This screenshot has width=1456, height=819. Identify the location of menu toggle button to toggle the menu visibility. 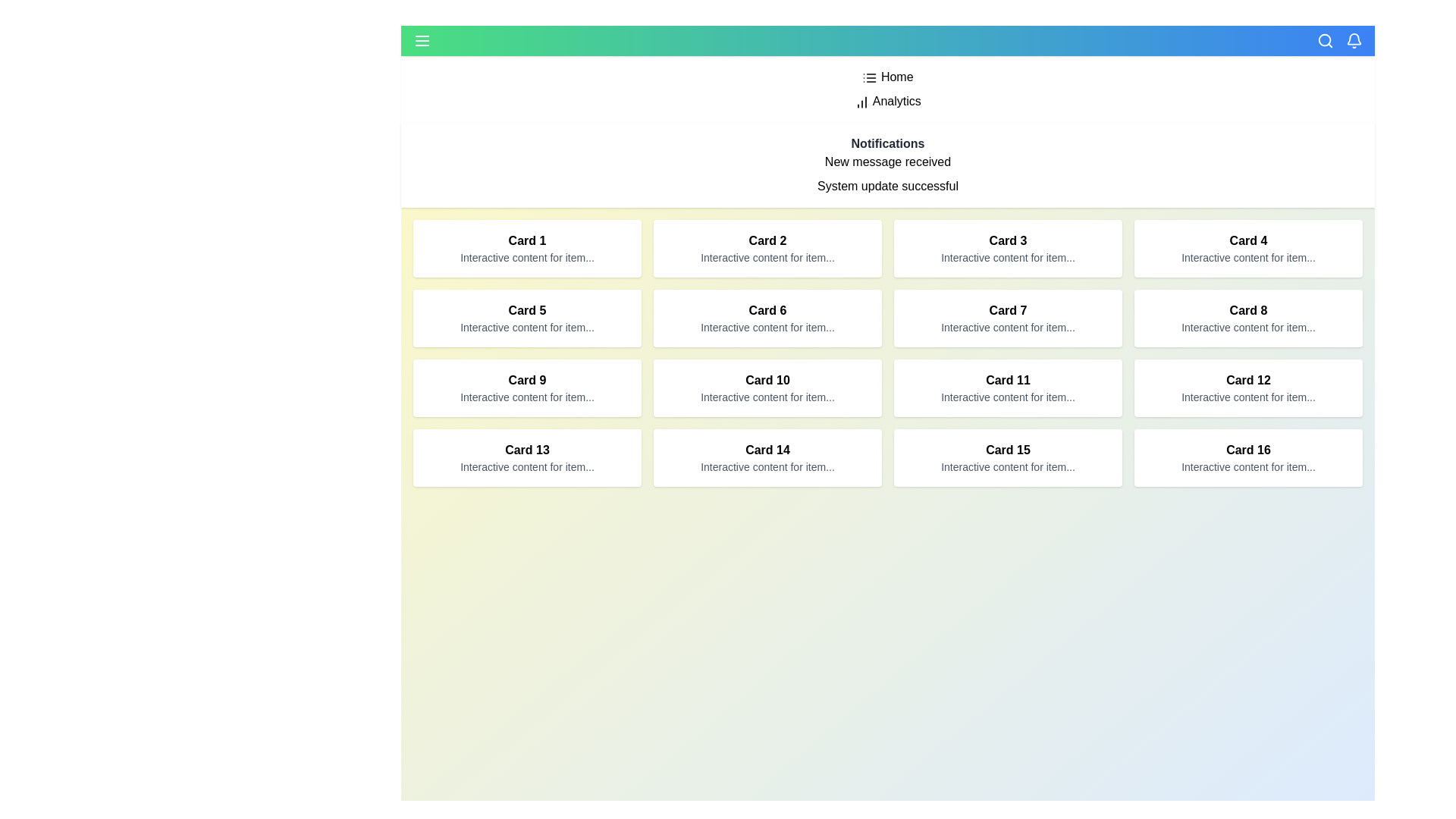
(422, 40).